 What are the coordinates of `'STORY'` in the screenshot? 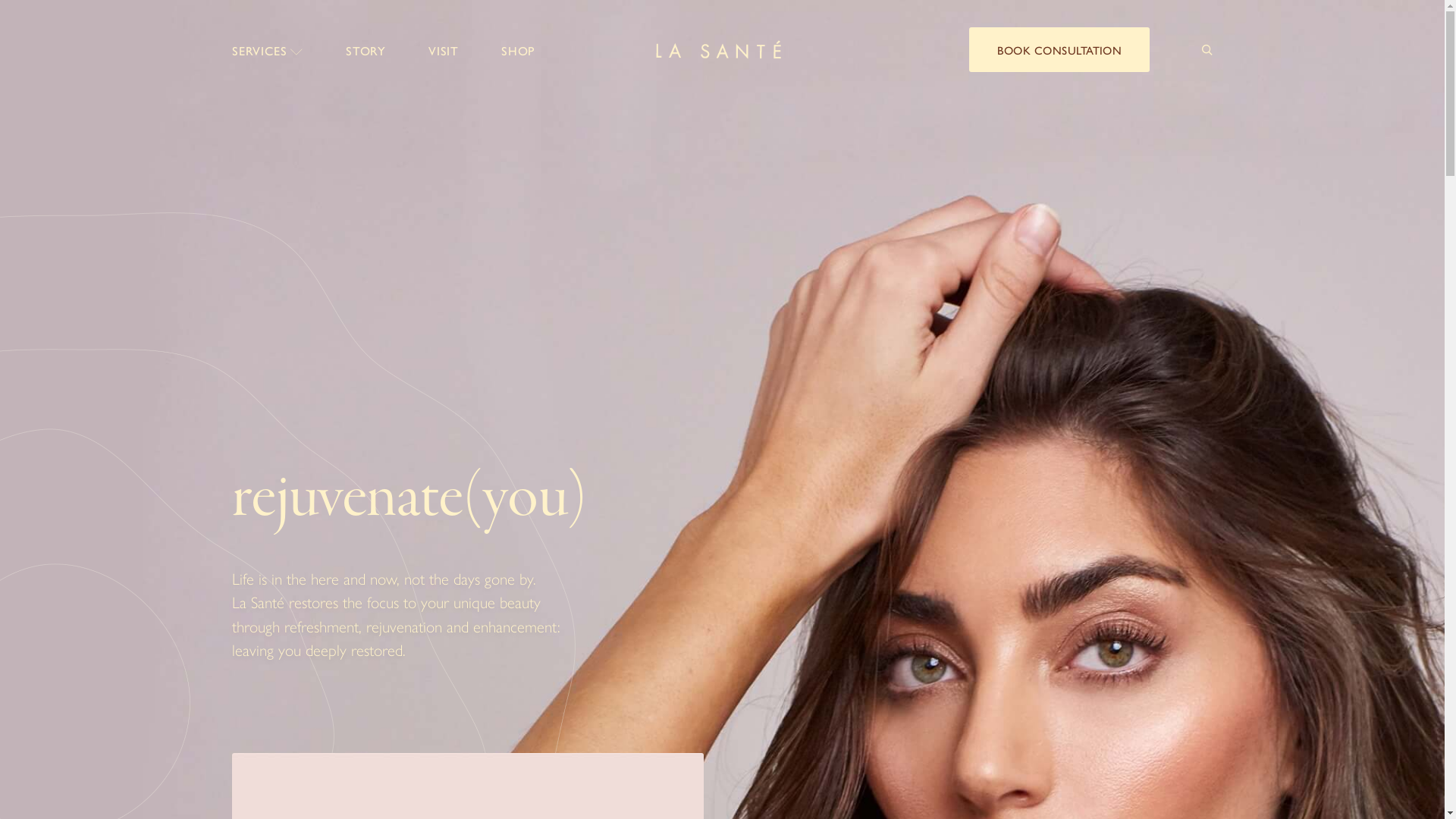 It's located at (366, 49).